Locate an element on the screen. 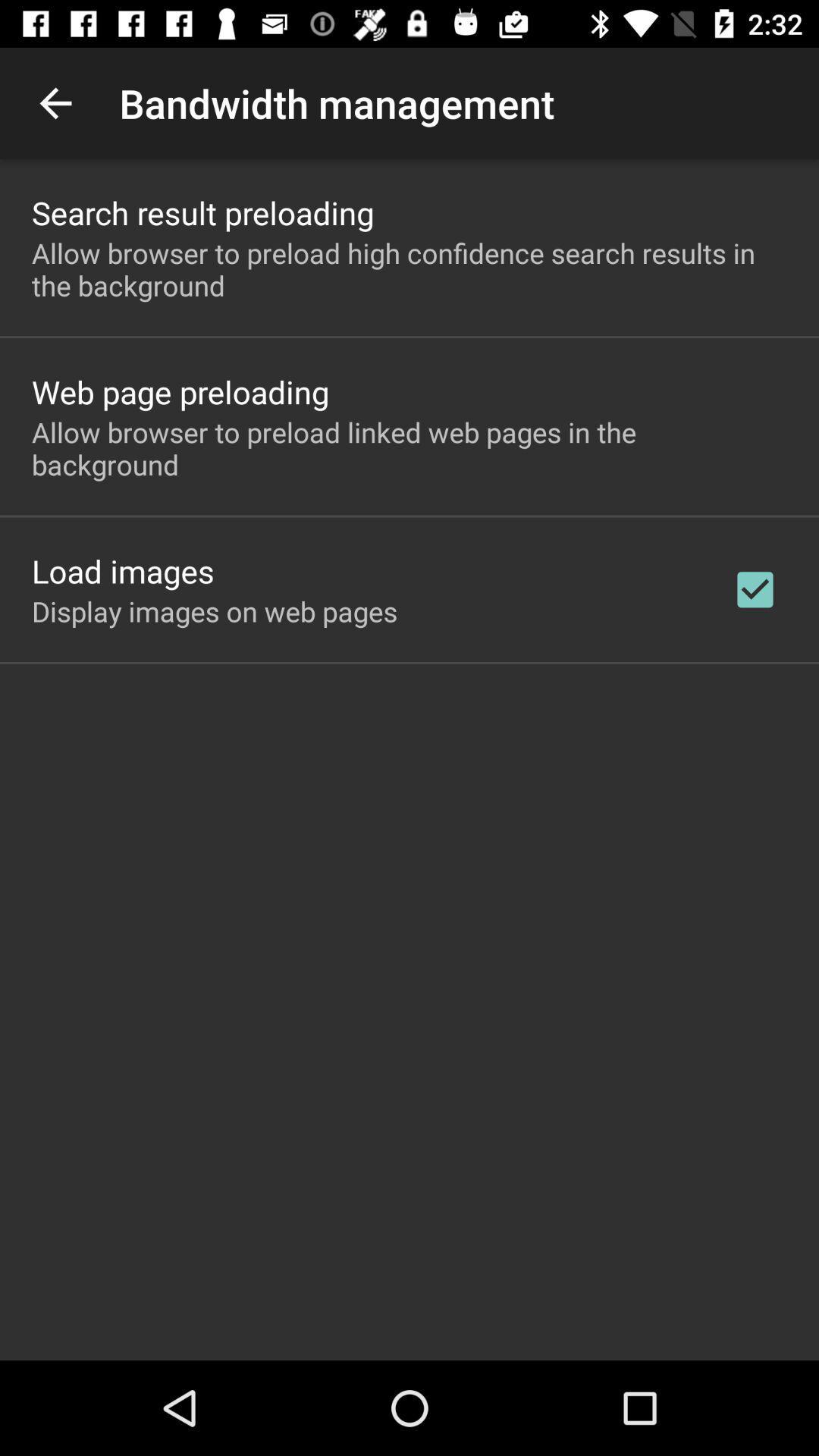  the item on the right is located at coordinates (755, 588).